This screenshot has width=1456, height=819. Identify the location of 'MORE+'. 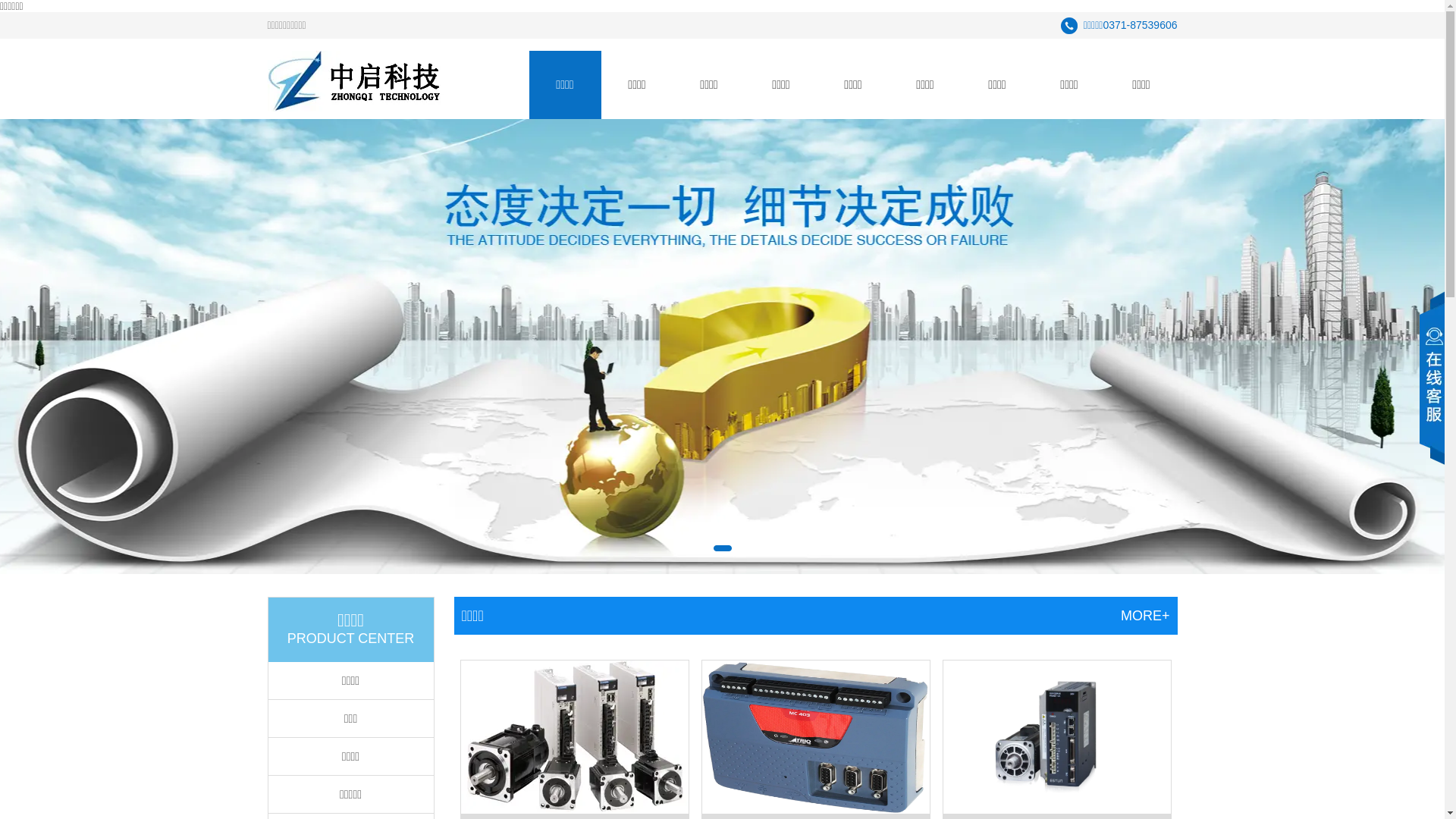
(1121, 616).